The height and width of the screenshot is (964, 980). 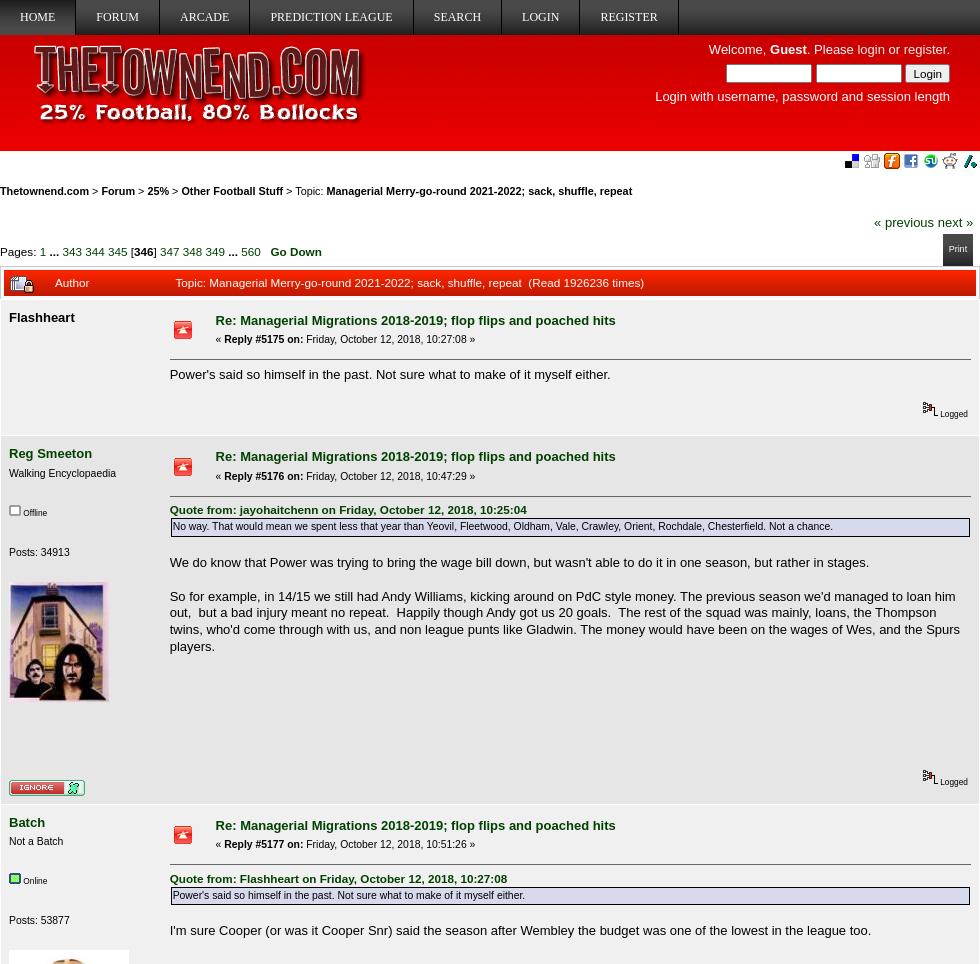 What do you see at coordinates (168, 621) in the screenshot?
I see `'So for example, in 14/15 we still had Andy Williams, kicking around on PdC style money. The previous season we'd managed to loan him out,  but a bad injury meant no repeat.  Happily though Andy got us 20 goals.  The rest of the squad was mainly, loans, the Thompson twins, who'd come through with us, and non league punts like Gladwin. The money would have been on the wages of Wes, and the Spurs players.'` at bounding box center [168, 621].